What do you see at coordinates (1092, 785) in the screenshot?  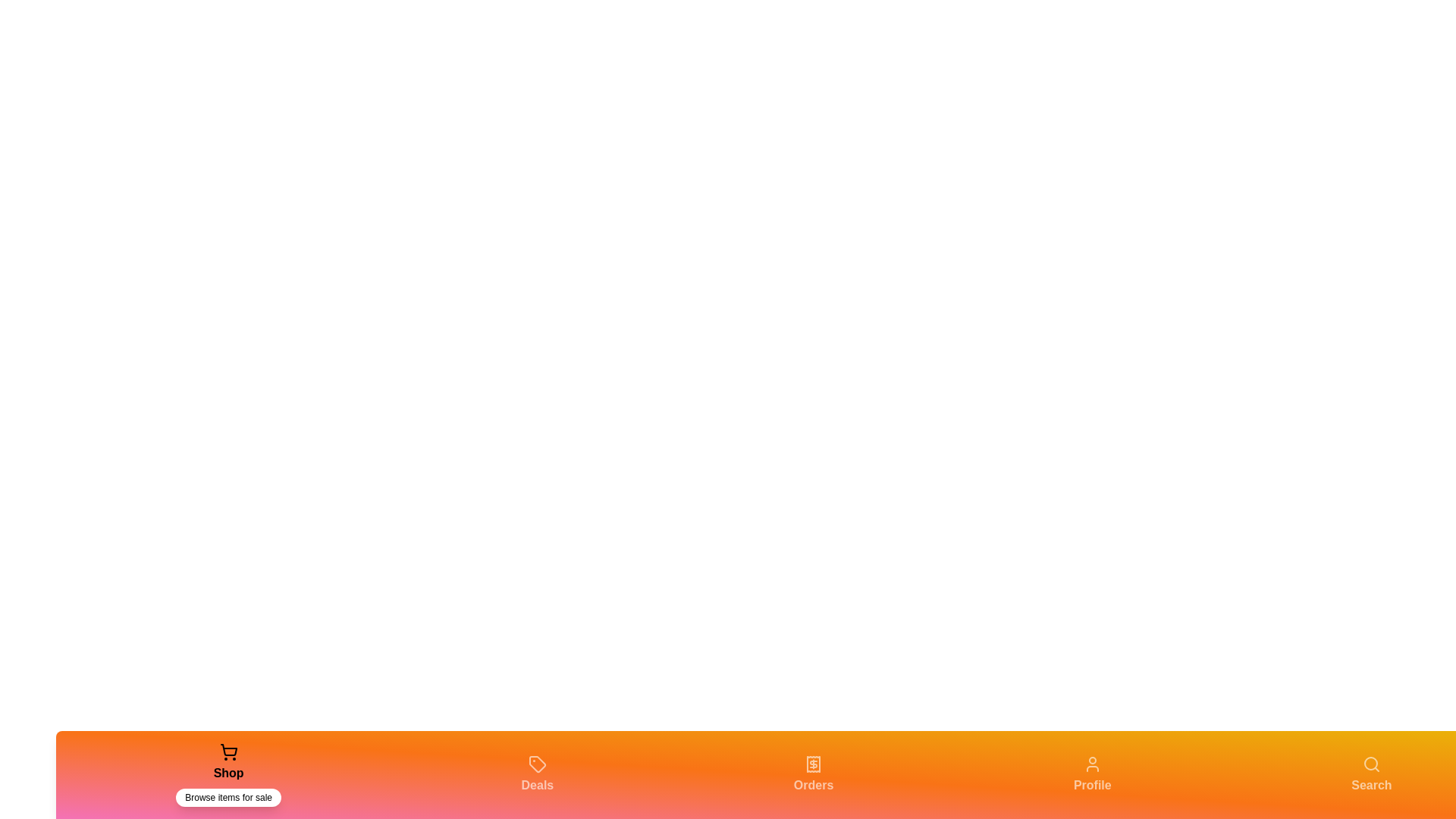 I see `the label of the tab Profile` at bounding box center [1092, 785].